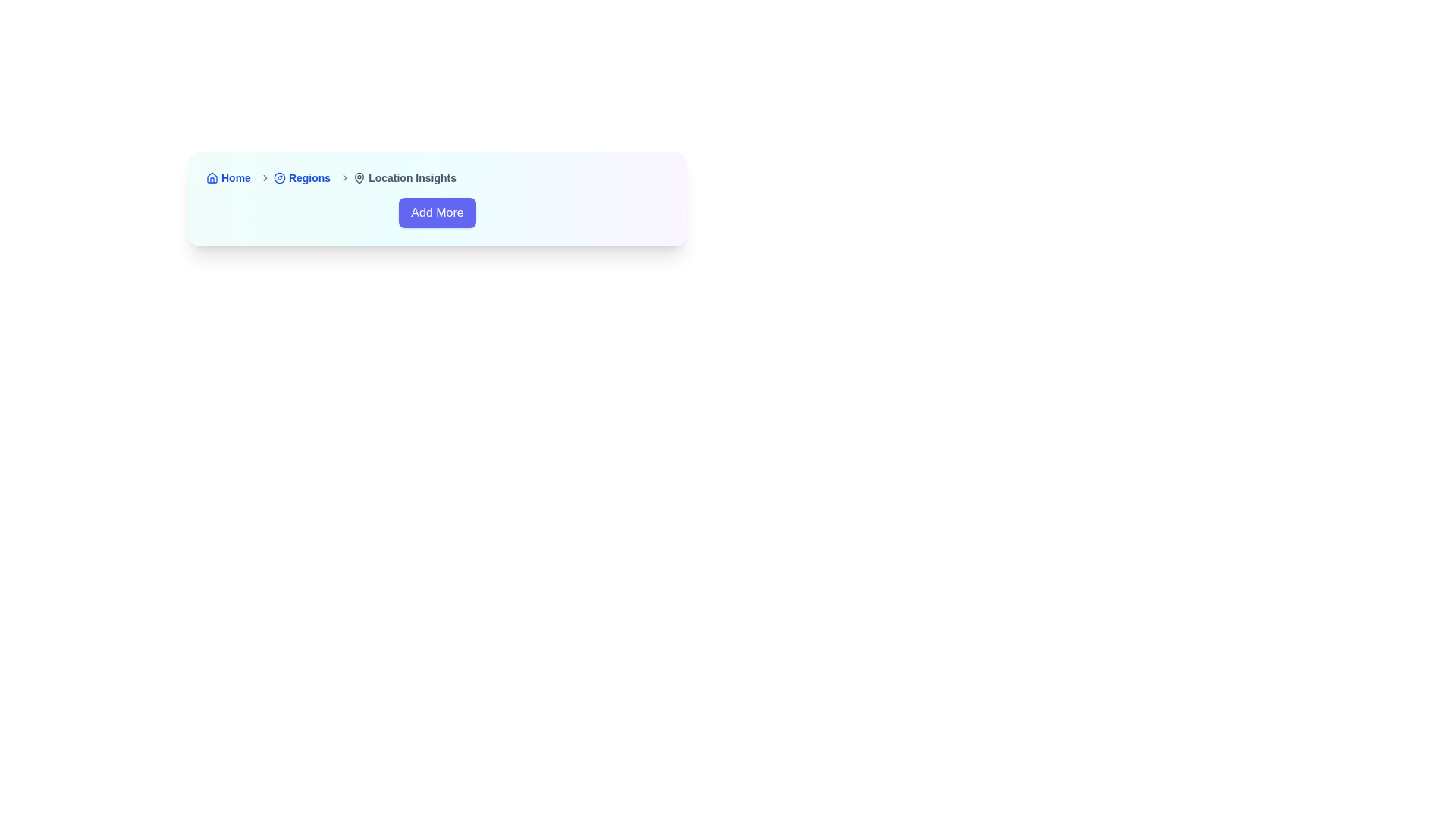 The image size is (1456, 819). What do you see at coordinates (309, 177) in the screenshot?
I see `the 'Regions' text link in the breadcrumb navigation menu` at bounding box center [309, 177].